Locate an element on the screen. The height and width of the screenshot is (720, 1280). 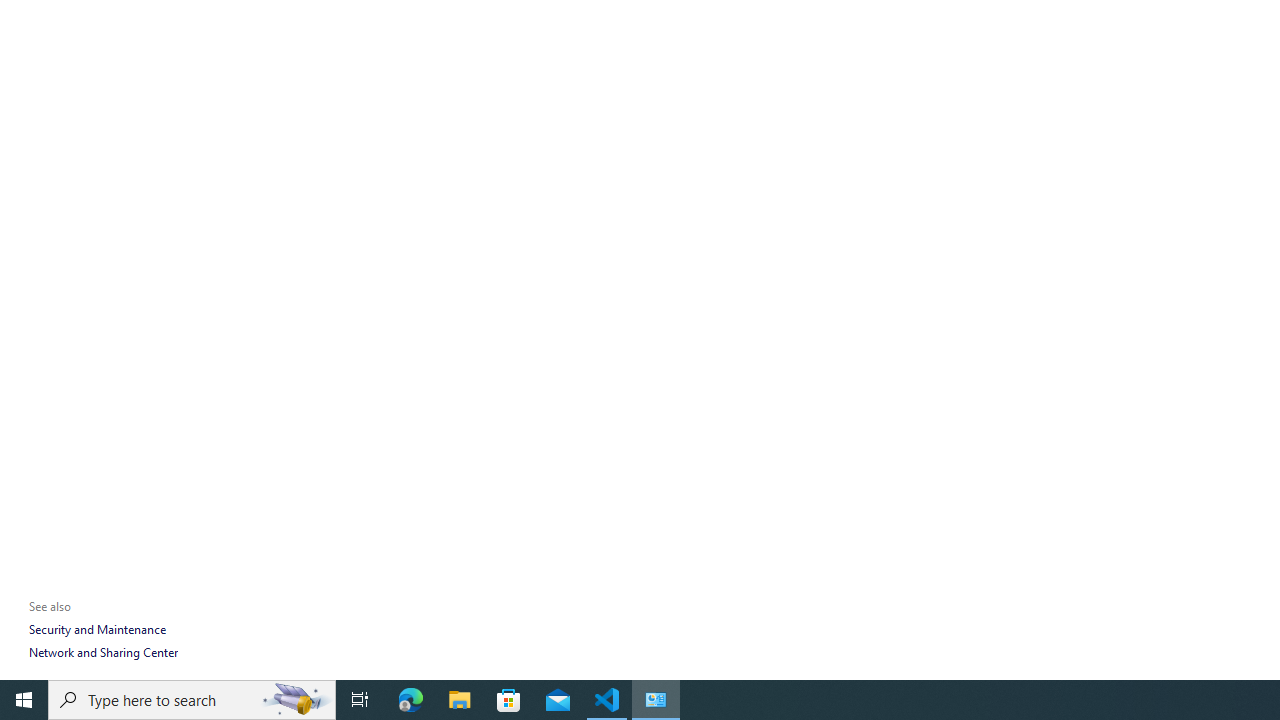
'Security and Maintenance' is located at coordinates (96, 628).